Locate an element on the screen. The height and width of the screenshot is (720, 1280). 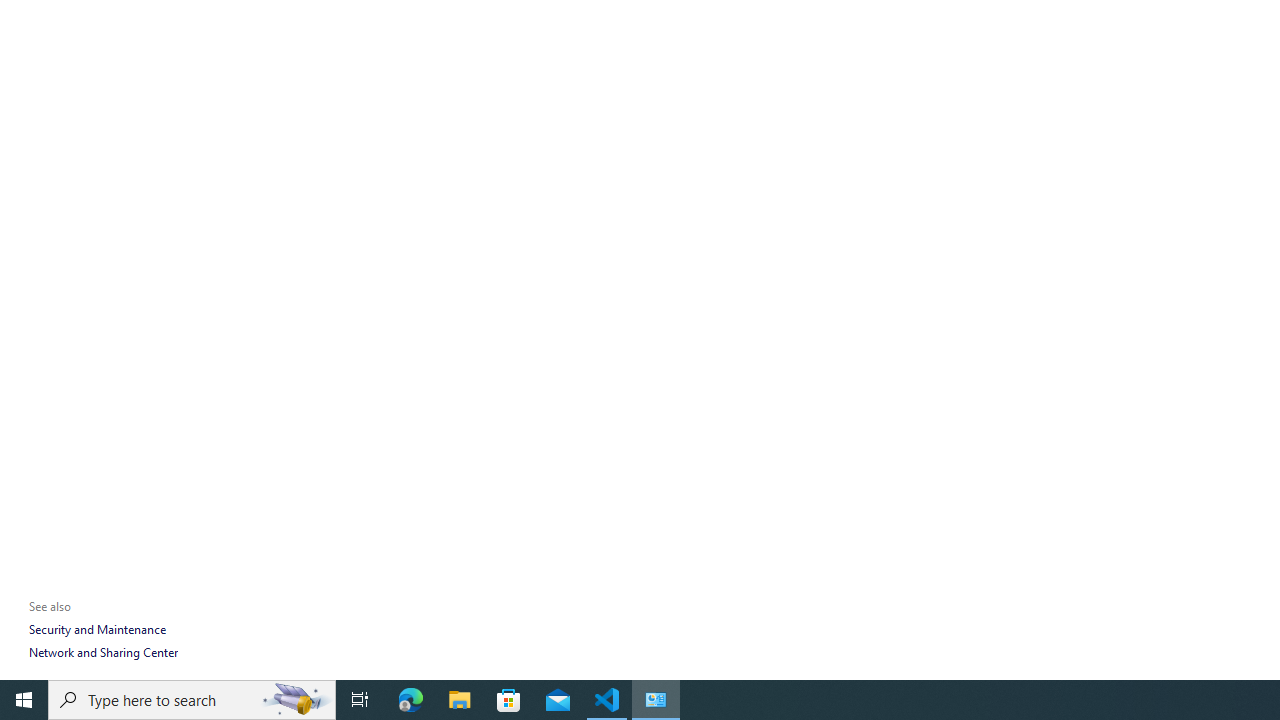
'Security and Maintenance' is located at coordinates (96, 628).